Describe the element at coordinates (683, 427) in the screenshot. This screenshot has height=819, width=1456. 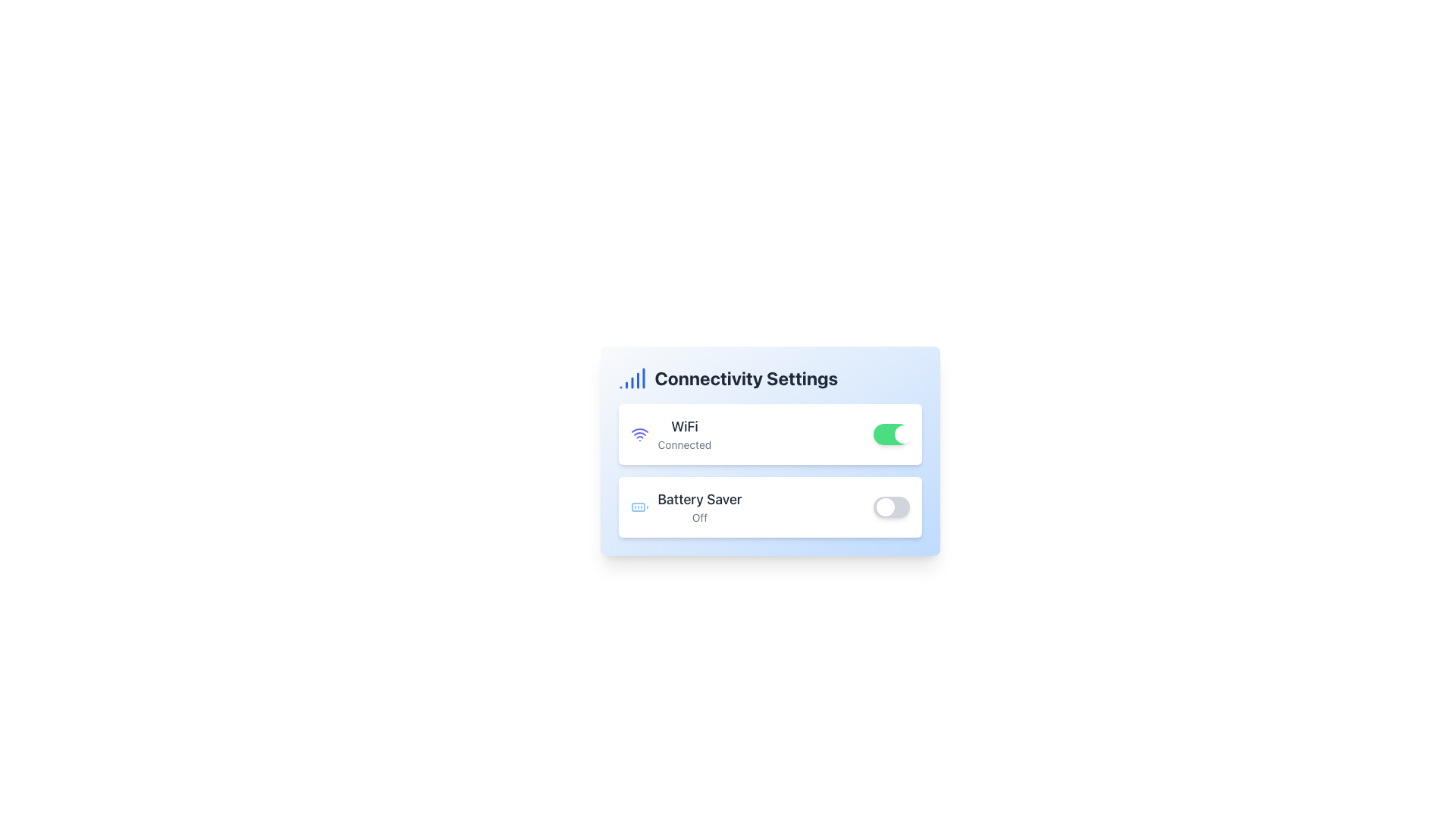
I see `the WiFi connectivity title label located in the upper-left section of the card, which is aligned with a WiFi icon and above the 'Connected' label` at that location.